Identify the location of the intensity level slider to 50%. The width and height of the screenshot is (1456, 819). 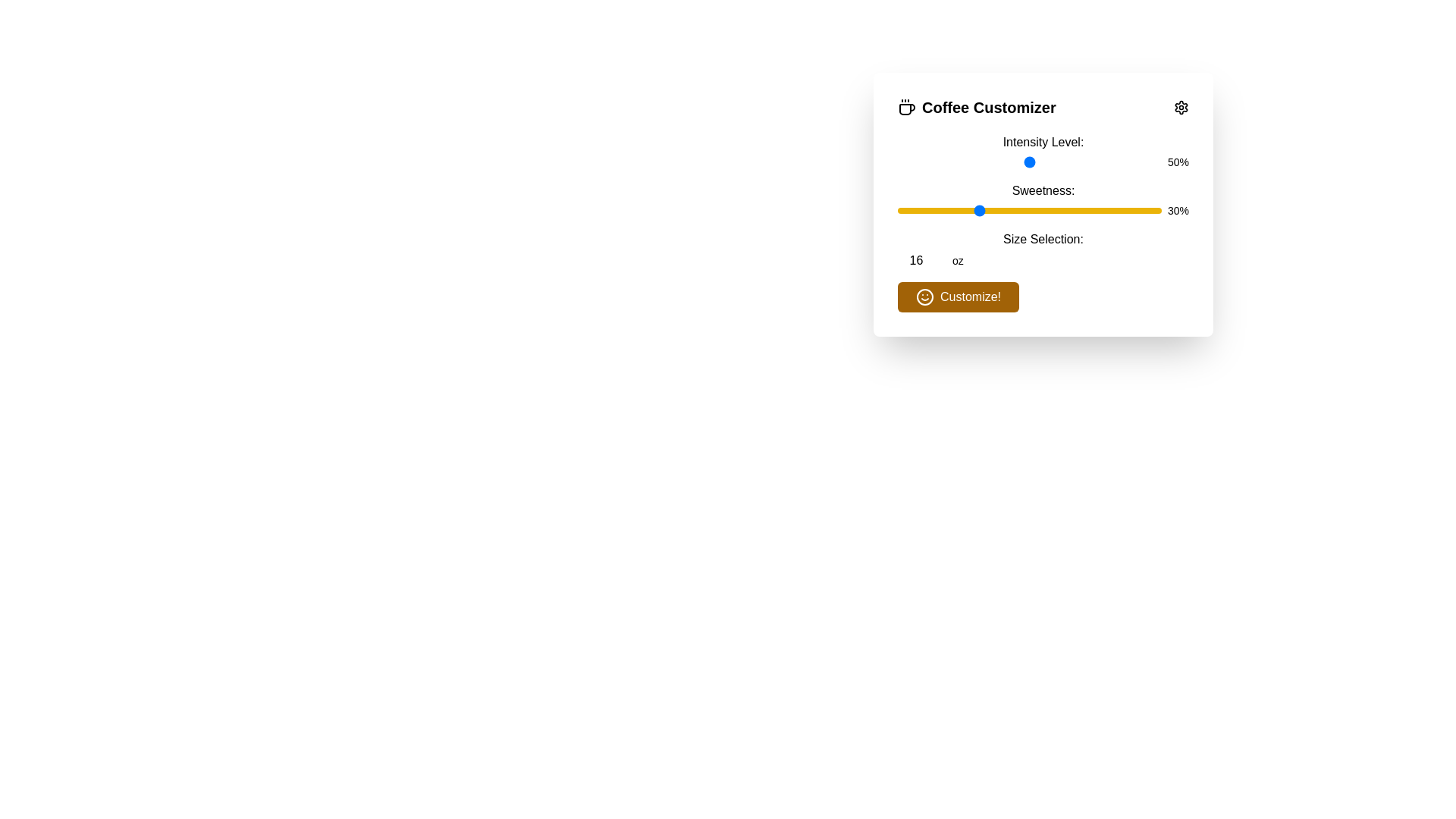
(1030, 162).